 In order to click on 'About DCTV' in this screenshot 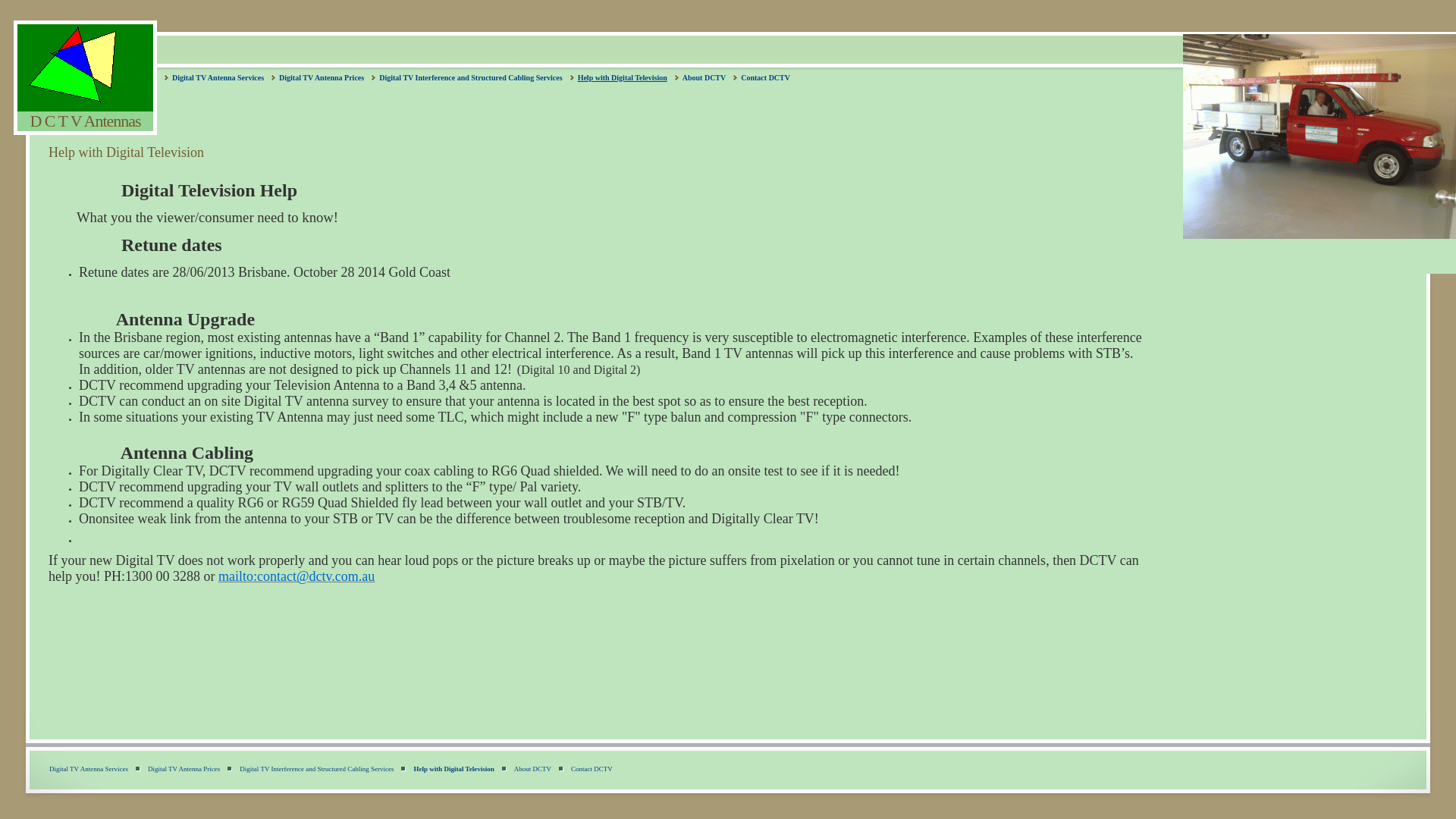, I will do `click(682, 77)`.